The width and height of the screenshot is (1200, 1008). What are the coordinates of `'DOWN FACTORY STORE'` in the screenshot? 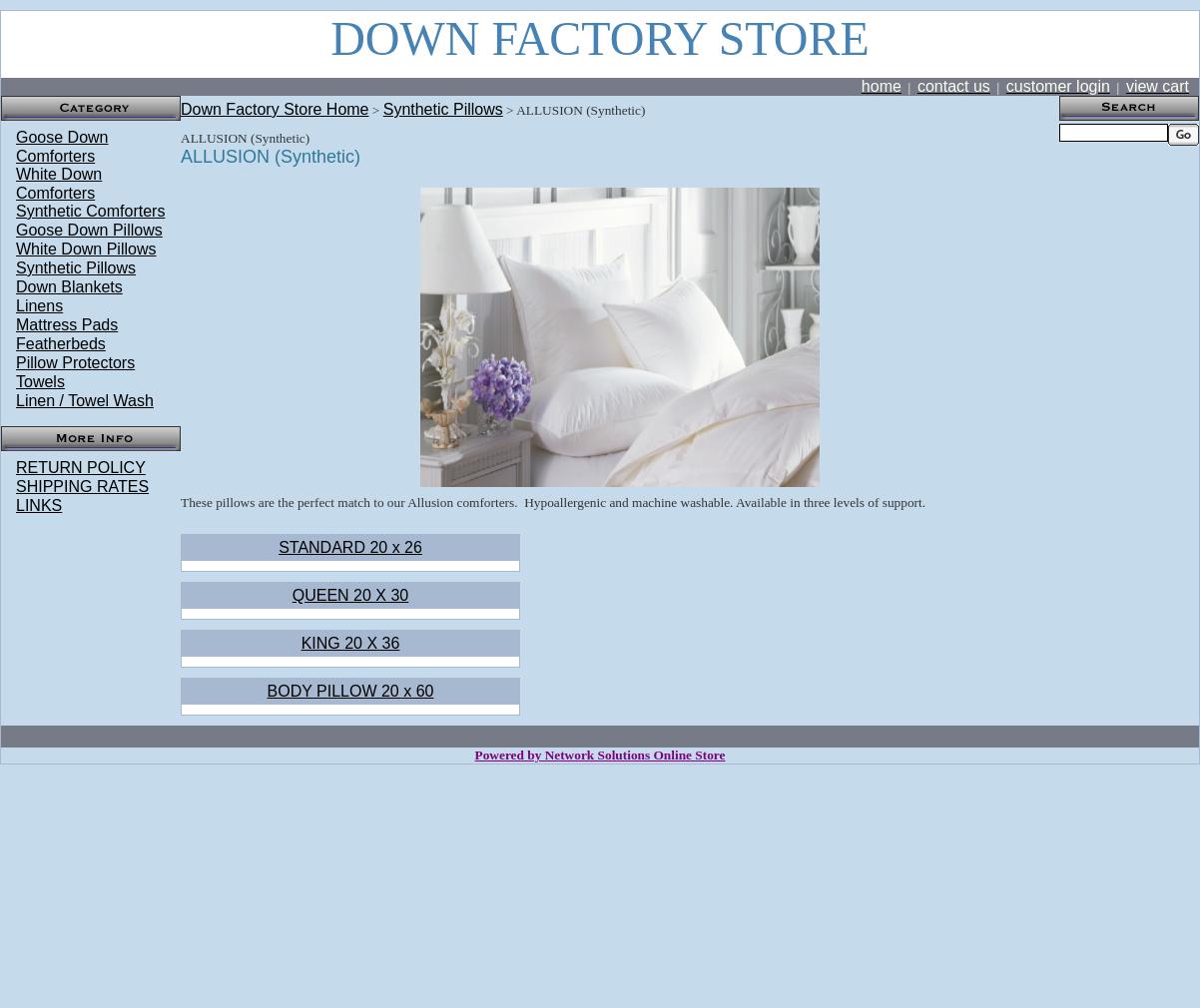 It's located at (598, 37).